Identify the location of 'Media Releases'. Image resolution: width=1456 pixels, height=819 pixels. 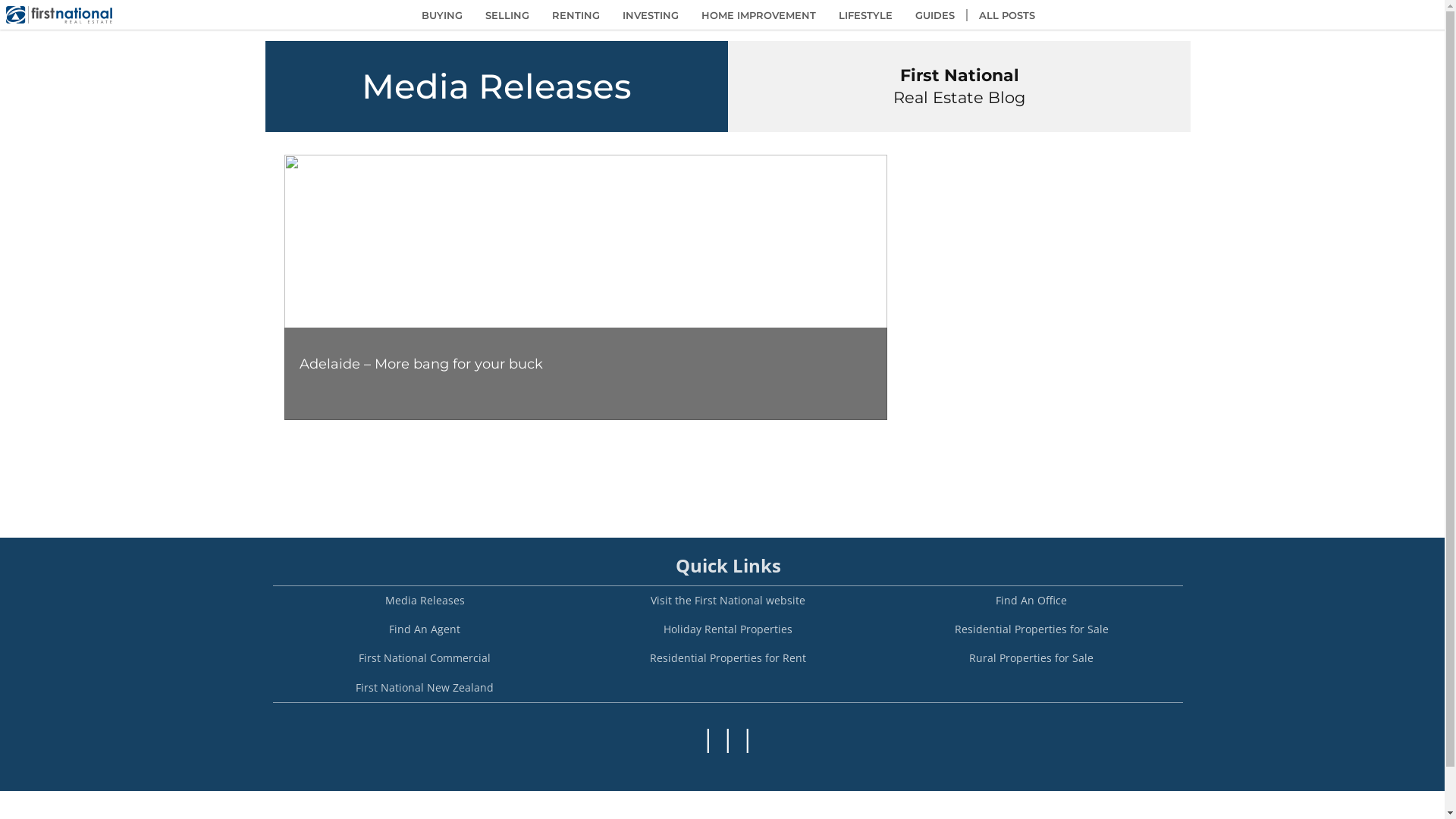
(425, 599).